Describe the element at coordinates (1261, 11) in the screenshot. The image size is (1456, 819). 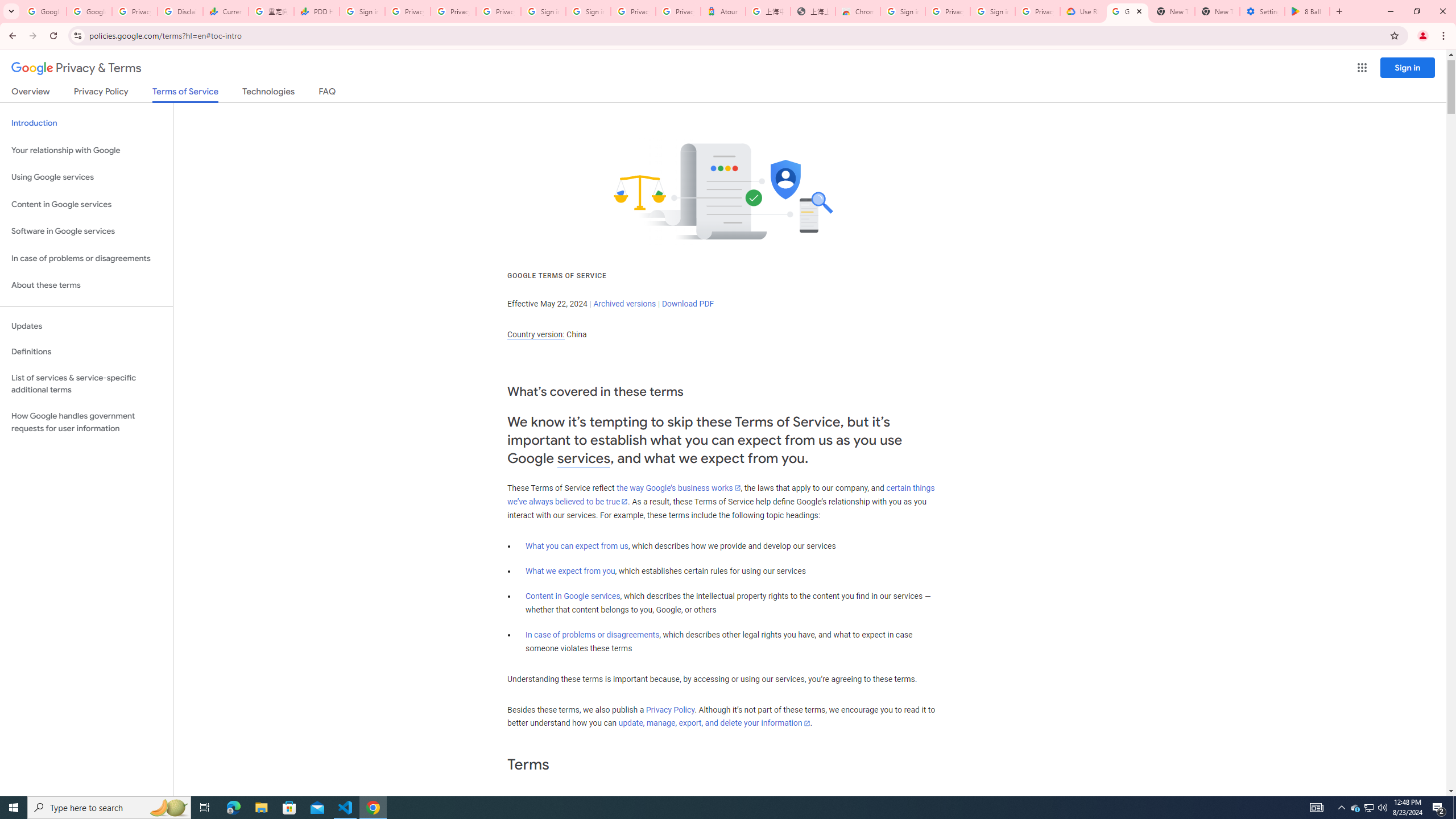
I see `'Settings - System'` at that location.